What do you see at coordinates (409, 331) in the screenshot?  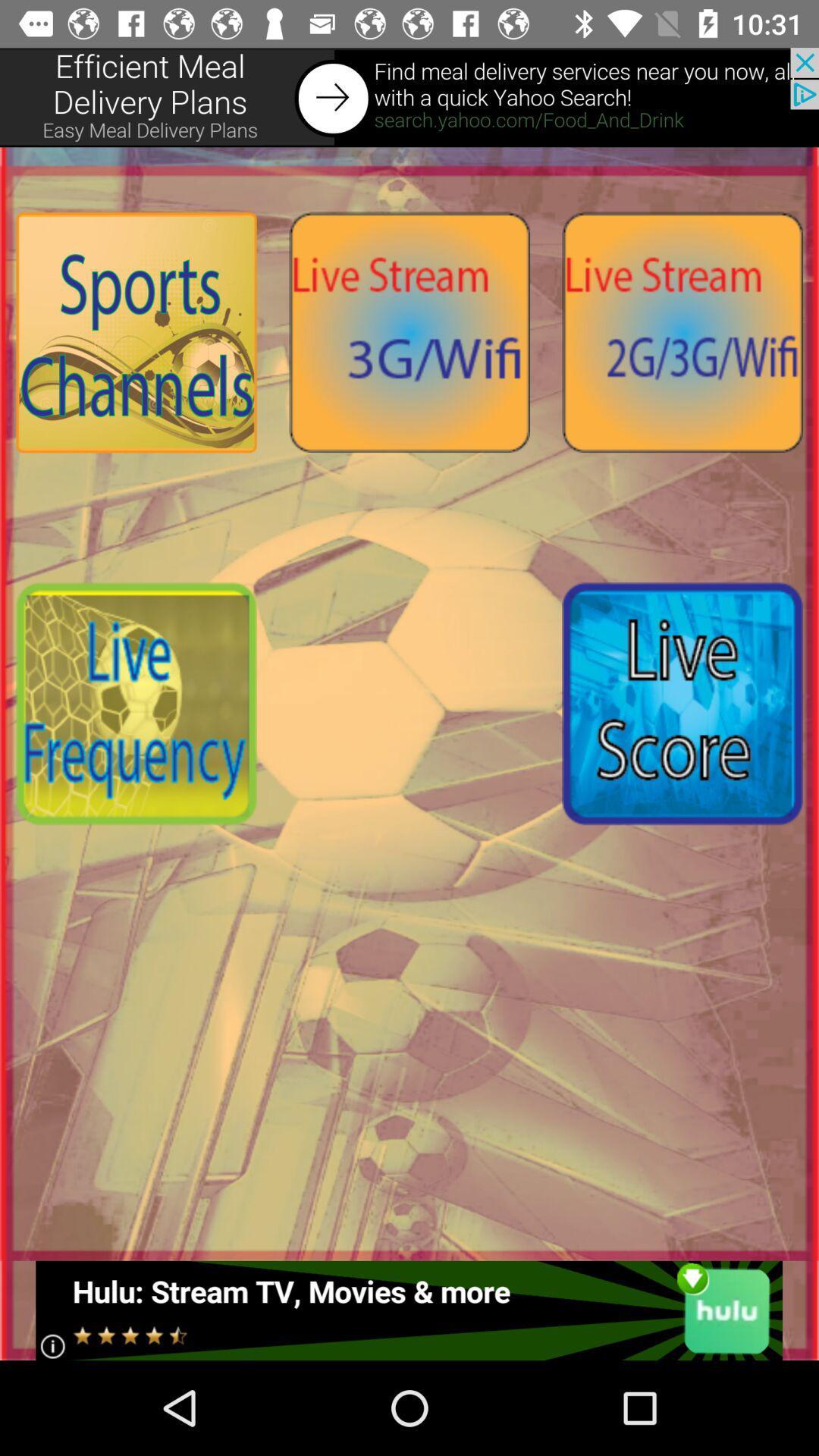 I see `connectivity toggle` at bounding box center [409, 331].